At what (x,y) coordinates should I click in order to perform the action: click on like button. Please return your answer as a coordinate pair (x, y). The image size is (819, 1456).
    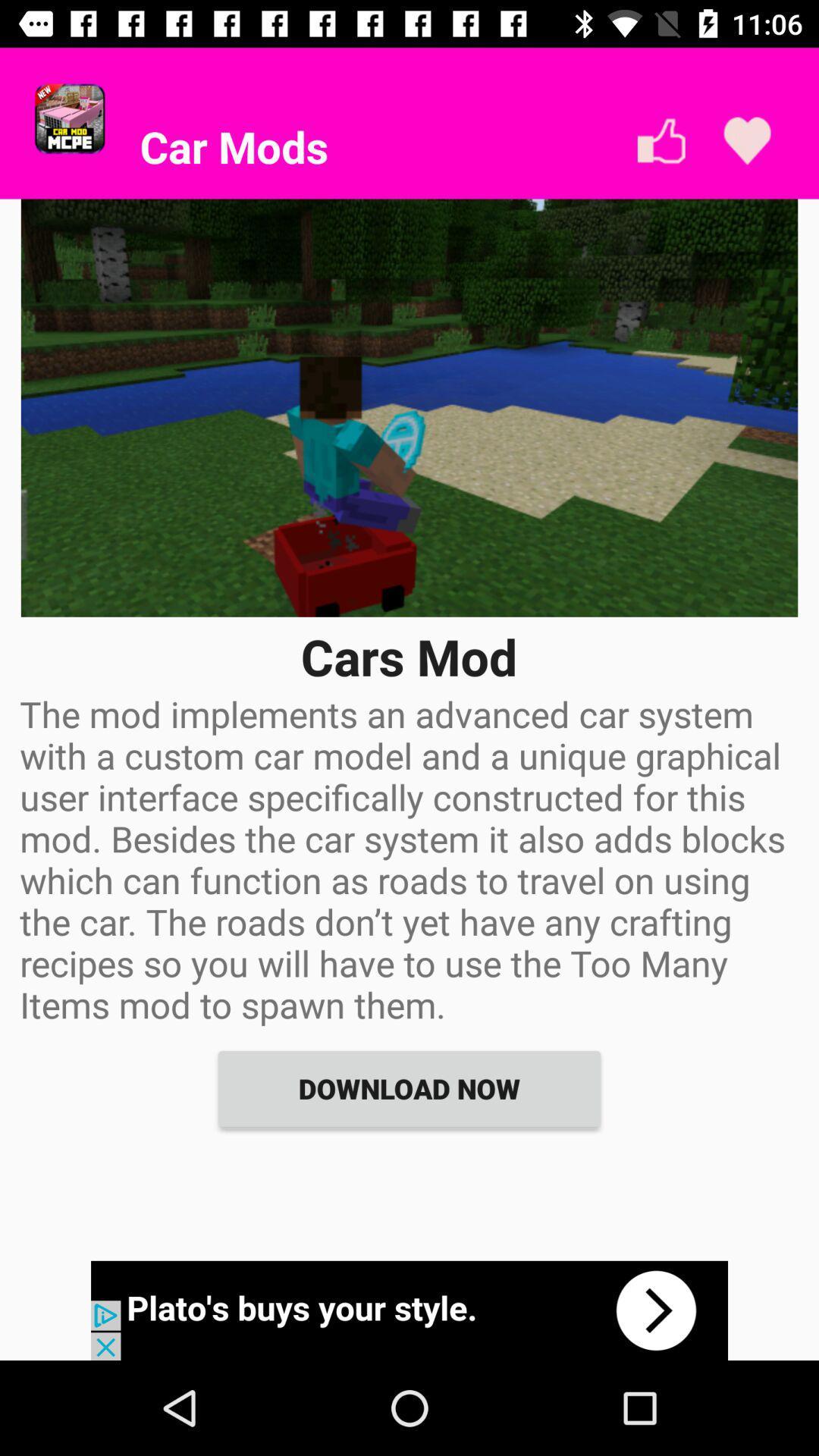
    Looking at the image, I should click on (661, 141).